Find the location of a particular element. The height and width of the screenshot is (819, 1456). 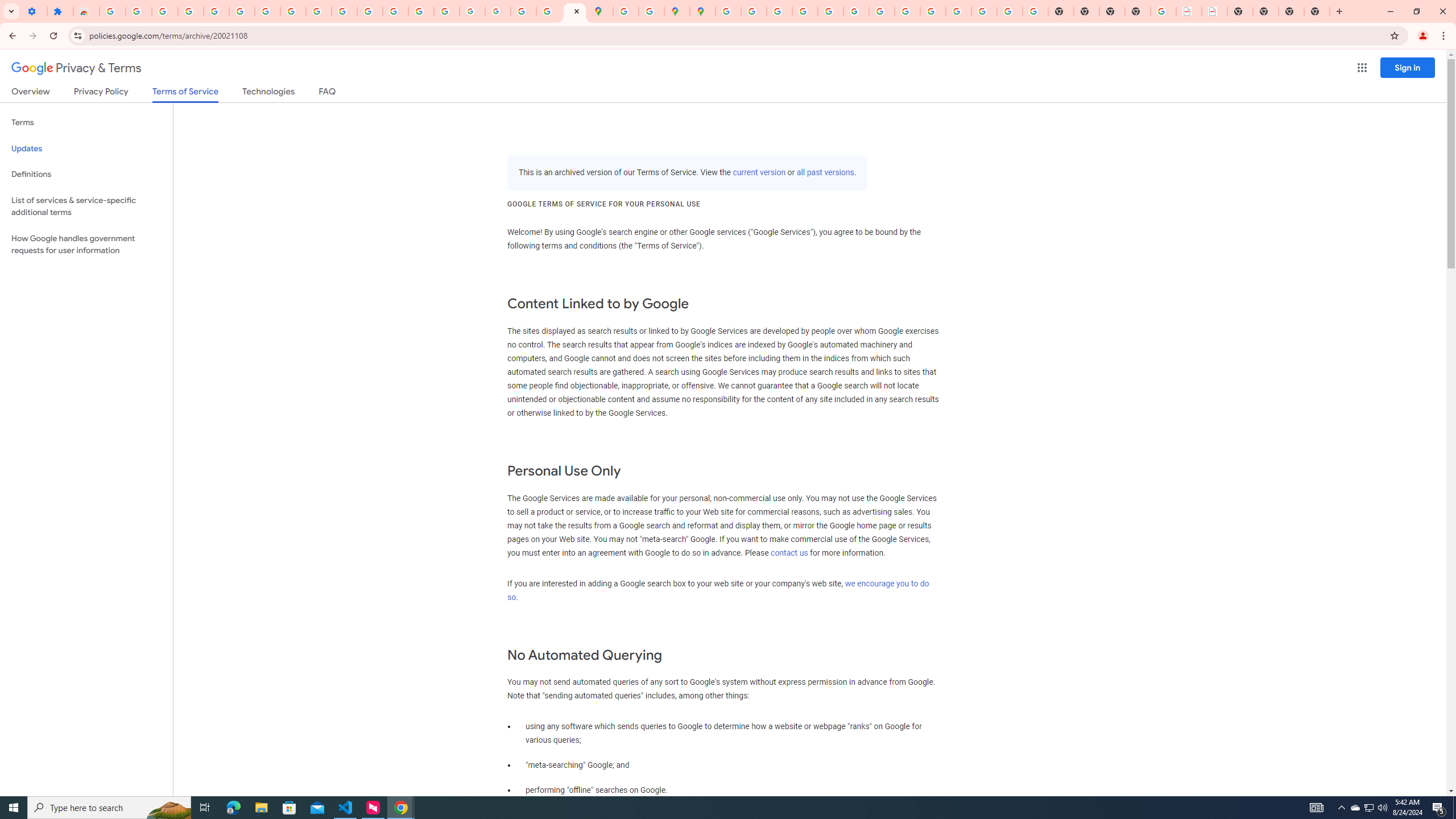

'LAAD Defence & Security 2025 | BAE Systems' is located at coordinates (1189, 11).